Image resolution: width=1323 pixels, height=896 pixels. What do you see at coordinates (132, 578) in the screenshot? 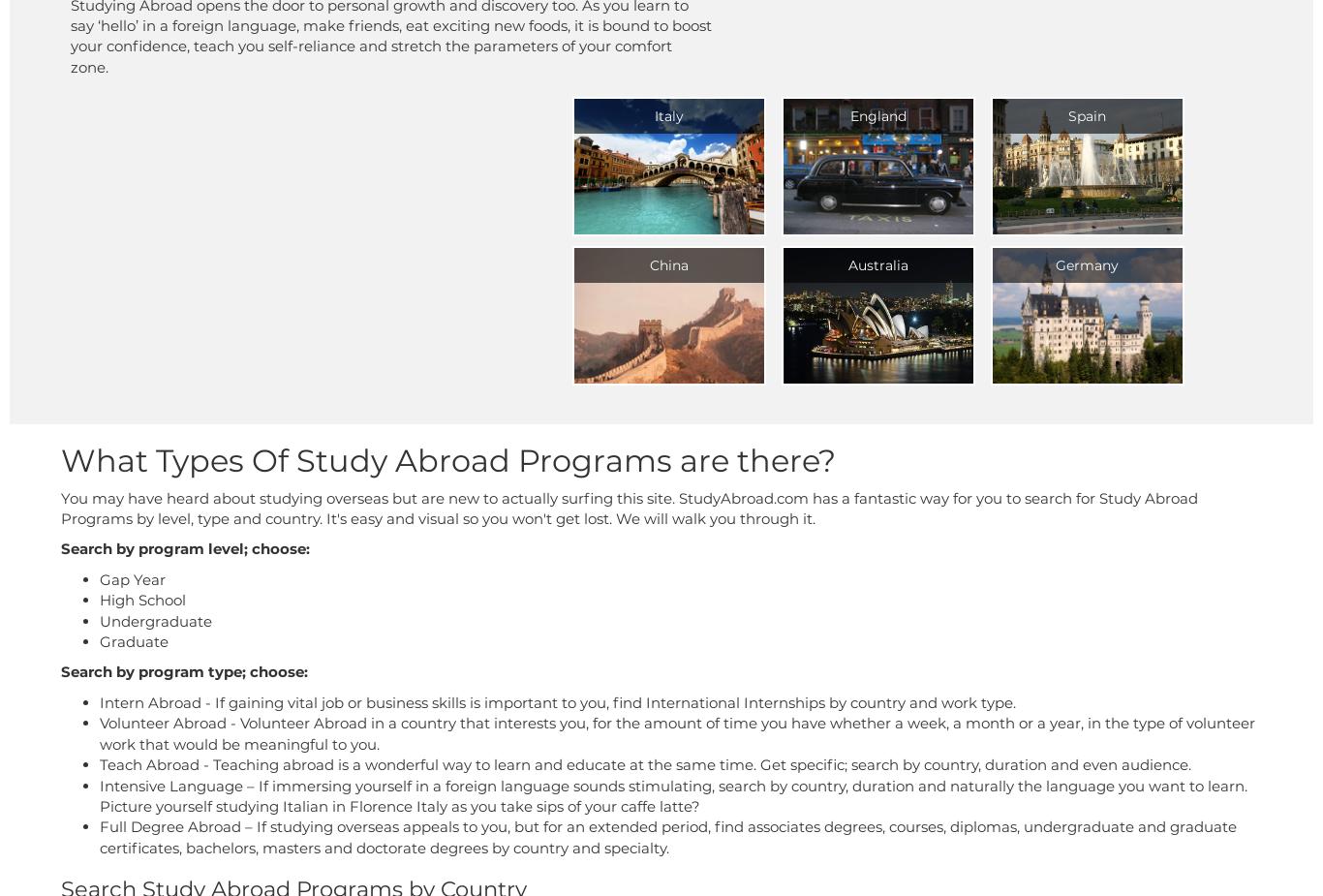
I see `'Gap Year'` at bounding box center [132, 578].